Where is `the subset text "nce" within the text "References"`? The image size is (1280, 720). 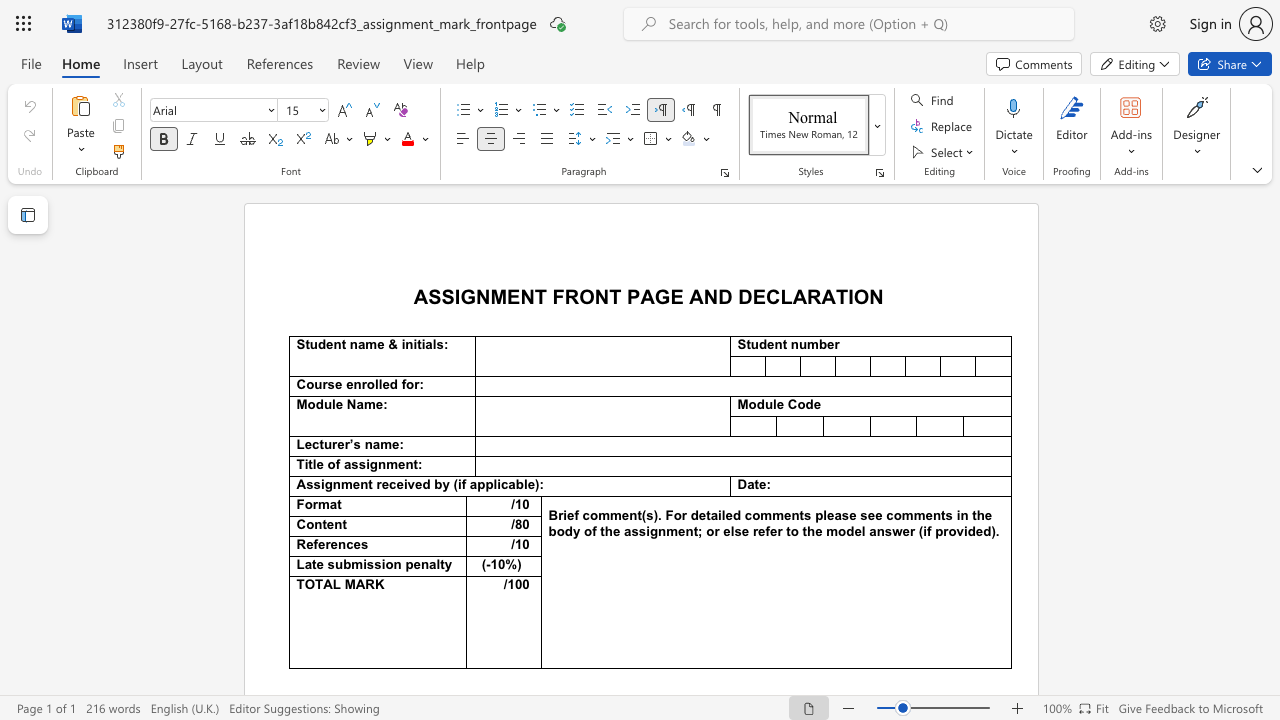 the subset text "nce" within the text "References" is located at coordinates (338, 544).